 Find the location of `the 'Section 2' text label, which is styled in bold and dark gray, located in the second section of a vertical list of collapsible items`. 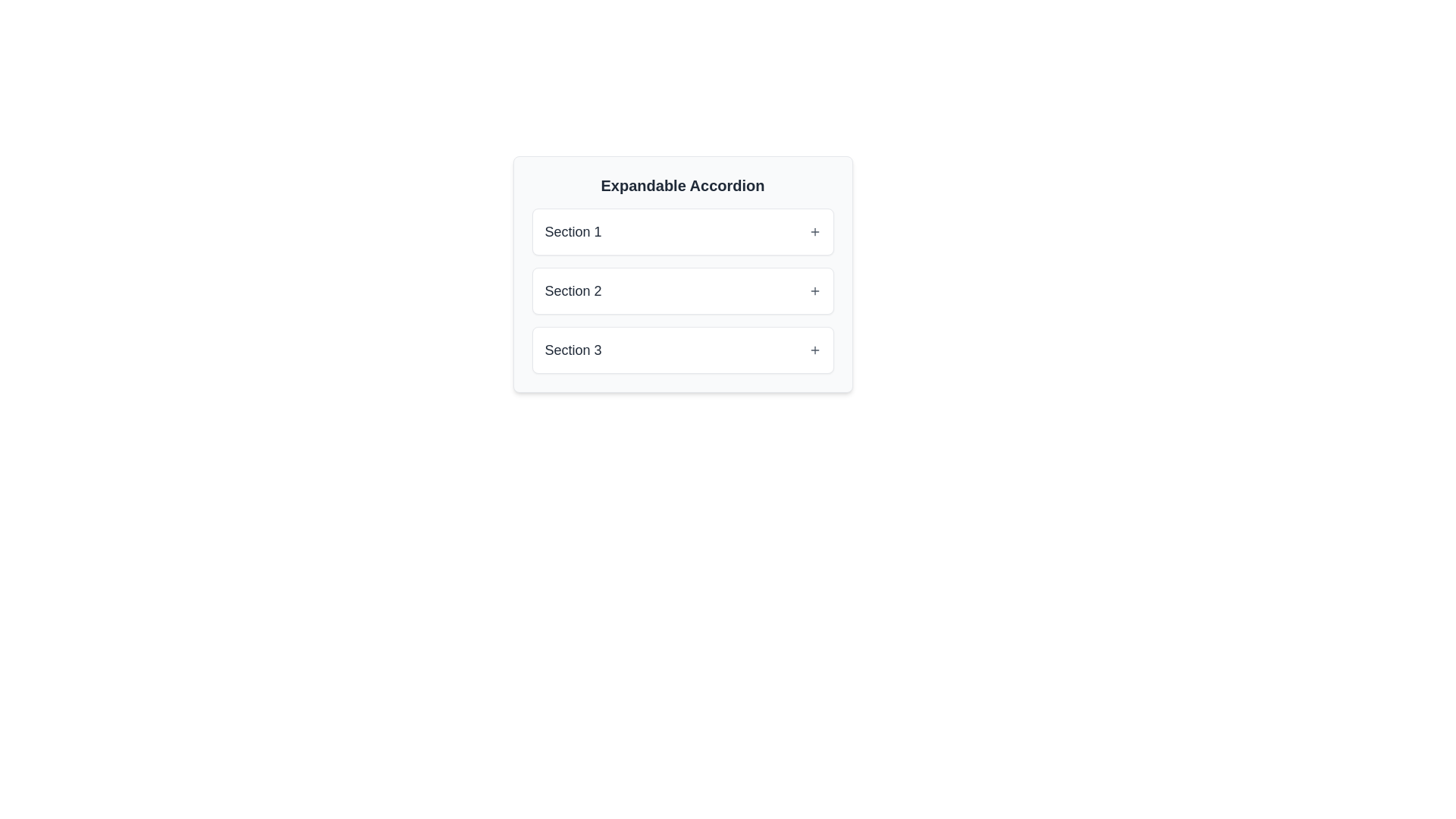

the 'Section 2' text label, which is styled in bold and dark gray, located in the second section of a vertical list of collapsible items is located at coordinates (573, 291).